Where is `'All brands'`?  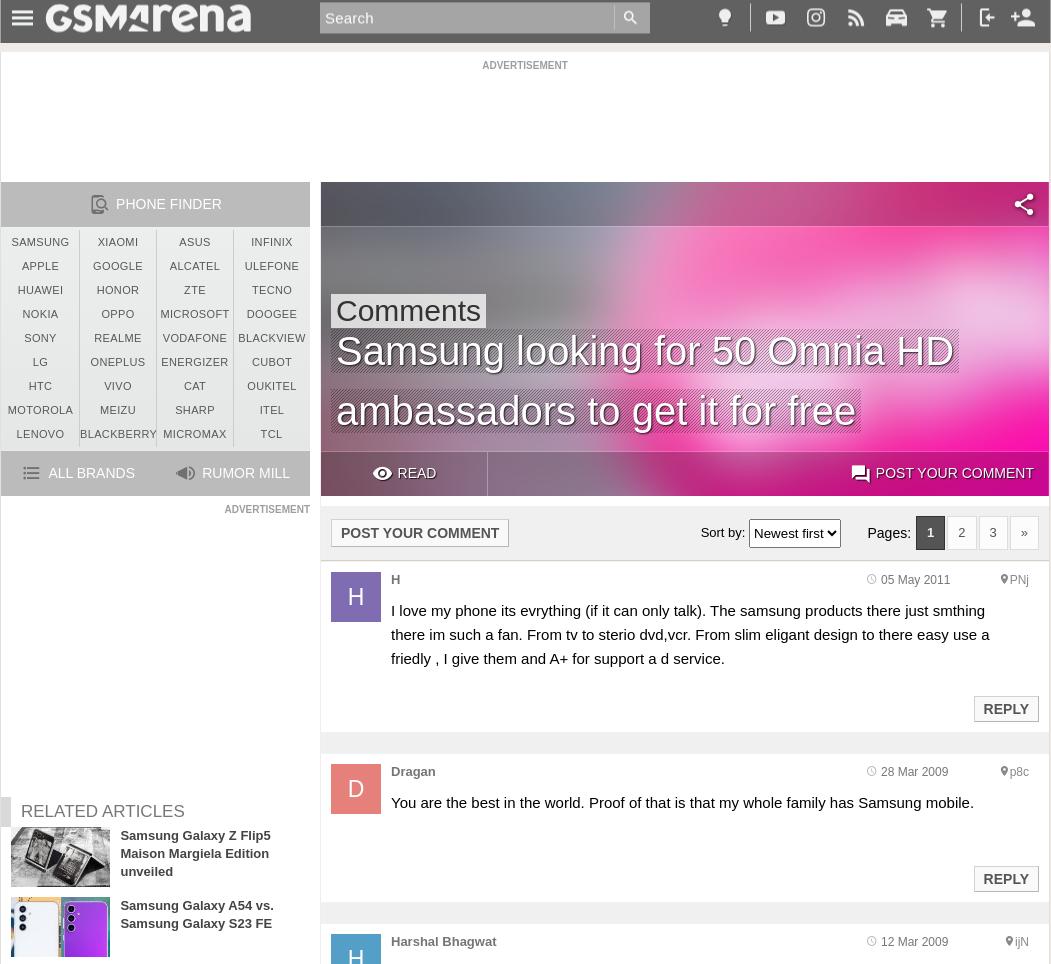 'All brands' is located at coordinates (91, 473).